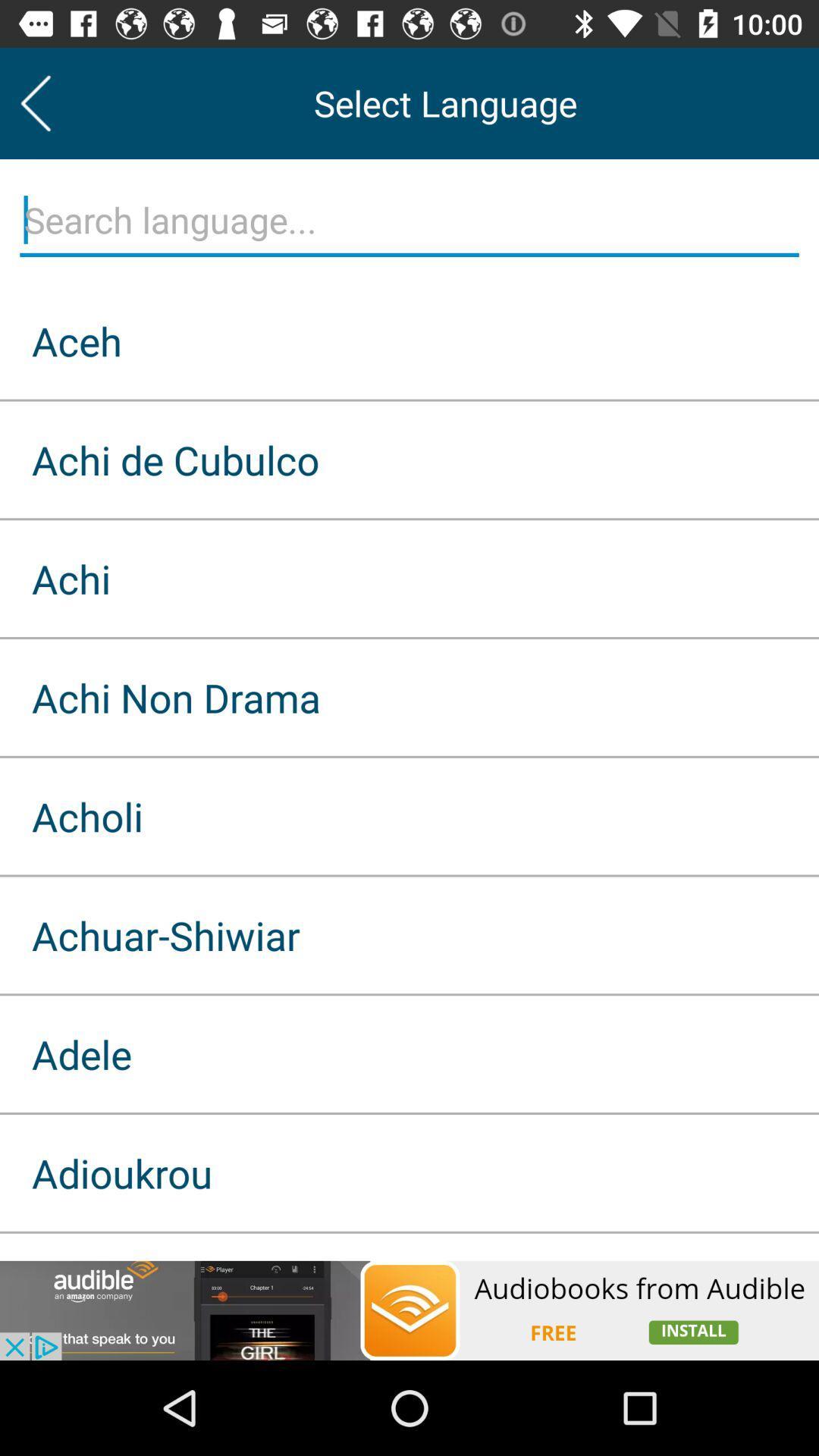  Describe the element at coordinates (409, 220) in the screenshot. I see `search language` at that location.